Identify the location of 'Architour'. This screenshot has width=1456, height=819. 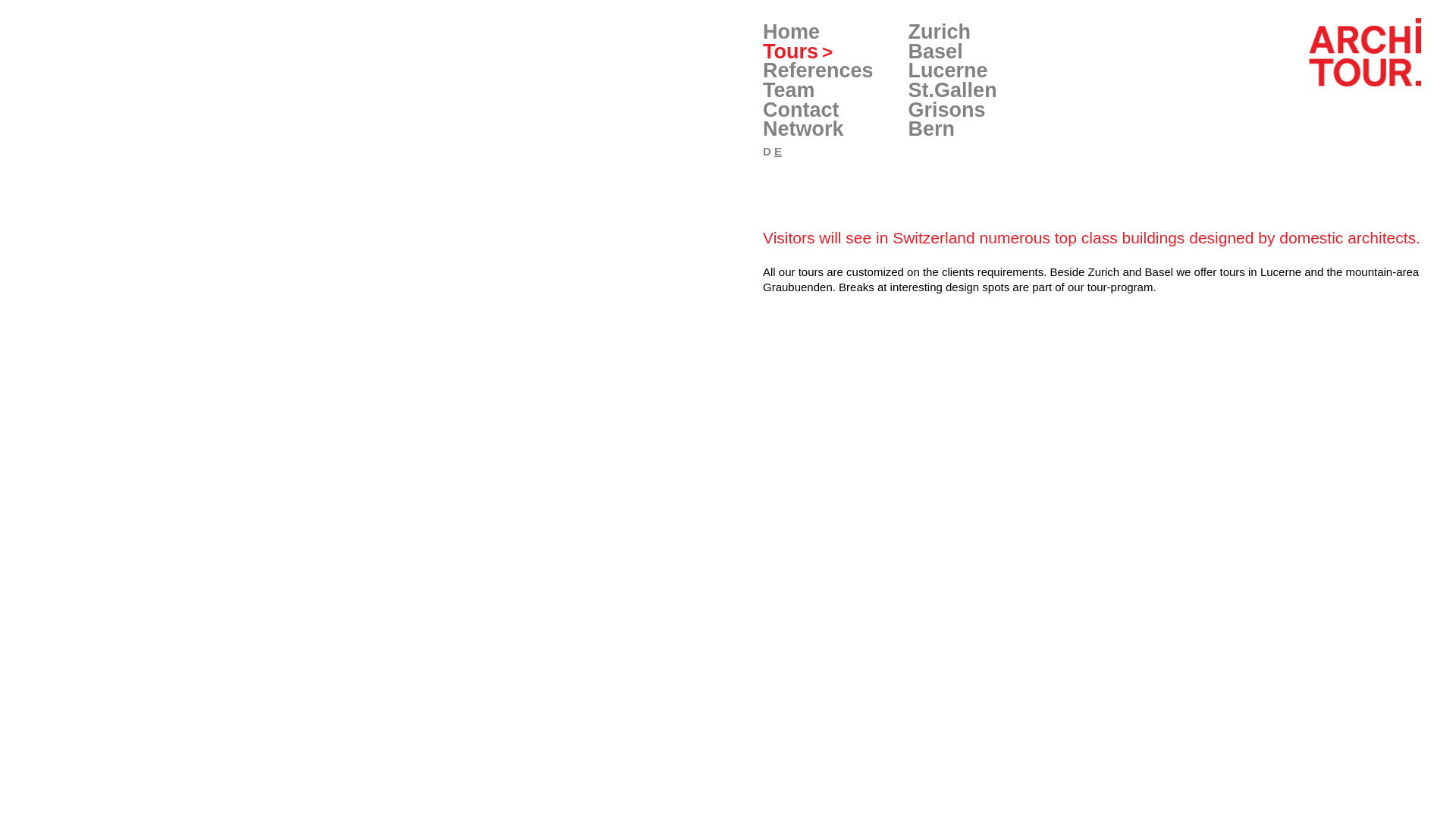
(1310, 52).